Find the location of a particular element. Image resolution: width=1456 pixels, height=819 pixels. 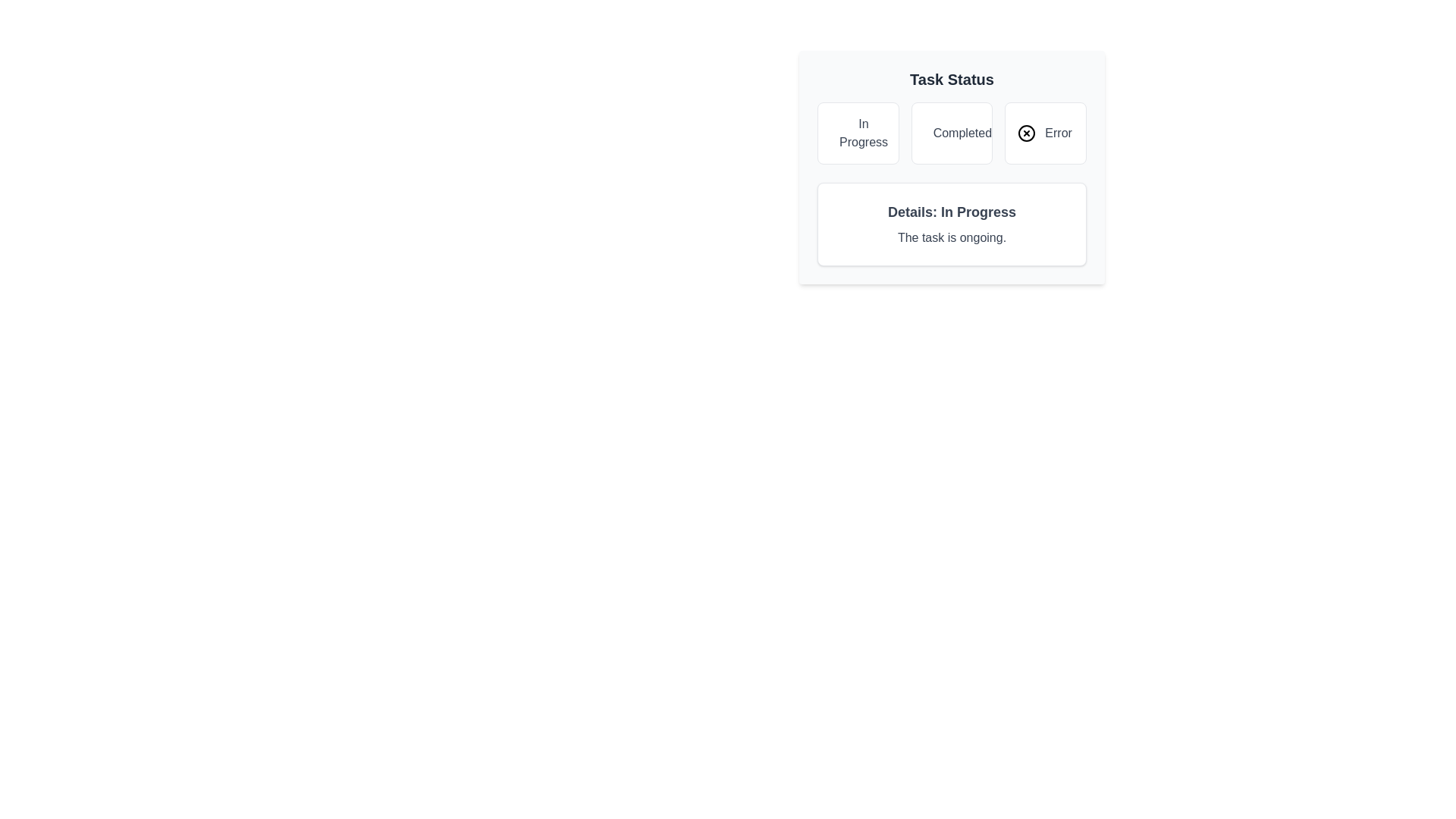

the 'Completed' status label, which is centrally positioned within a card-like structure along with other status options is located at coordinates (962, 133).